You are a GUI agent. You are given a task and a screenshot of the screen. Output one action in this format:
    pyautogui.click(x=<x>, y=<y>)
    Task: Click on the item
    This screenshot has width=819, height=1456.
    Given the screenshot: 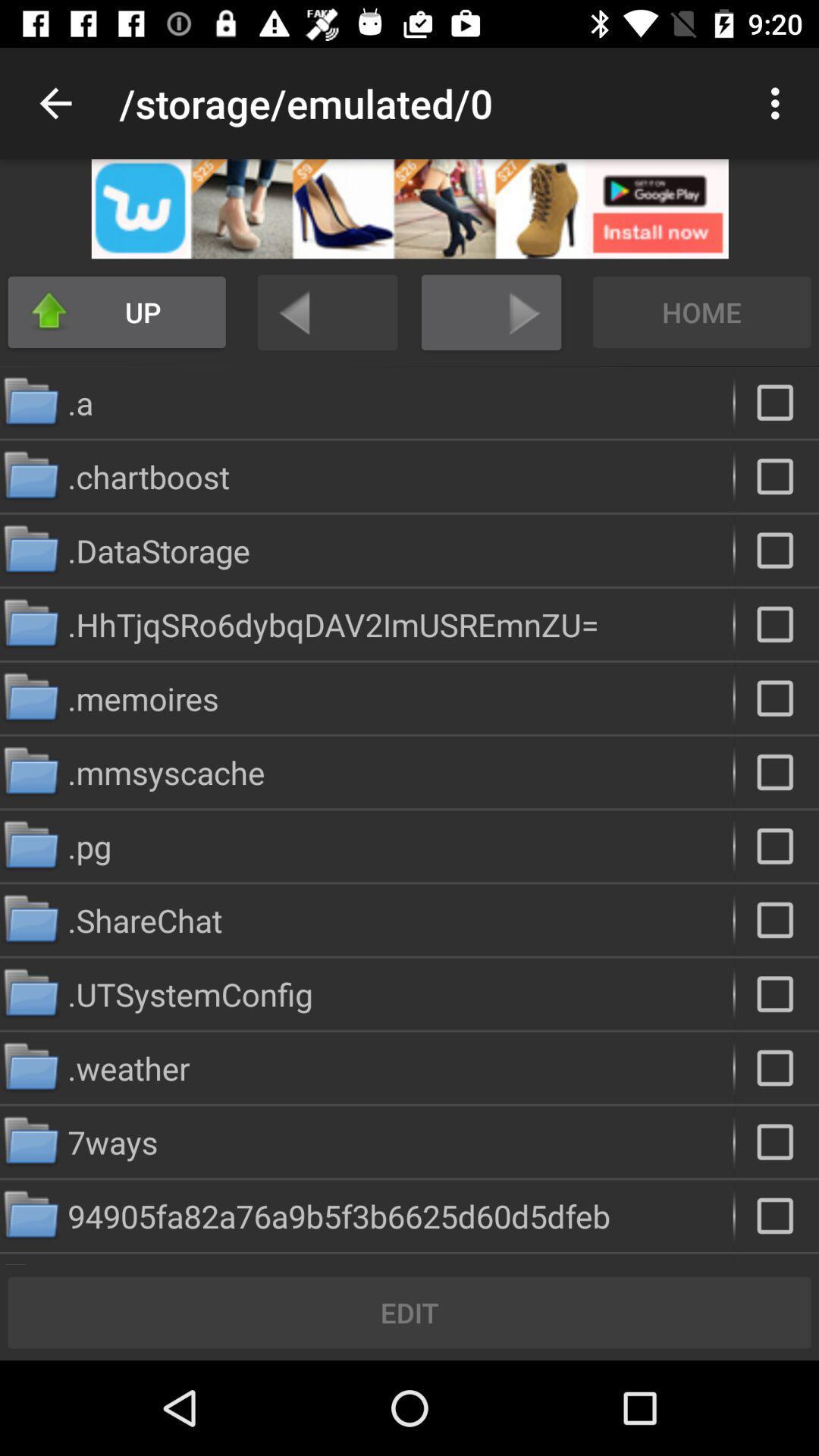 What is the action you would take?
    pyautogui.click(x=777, y=772)
    